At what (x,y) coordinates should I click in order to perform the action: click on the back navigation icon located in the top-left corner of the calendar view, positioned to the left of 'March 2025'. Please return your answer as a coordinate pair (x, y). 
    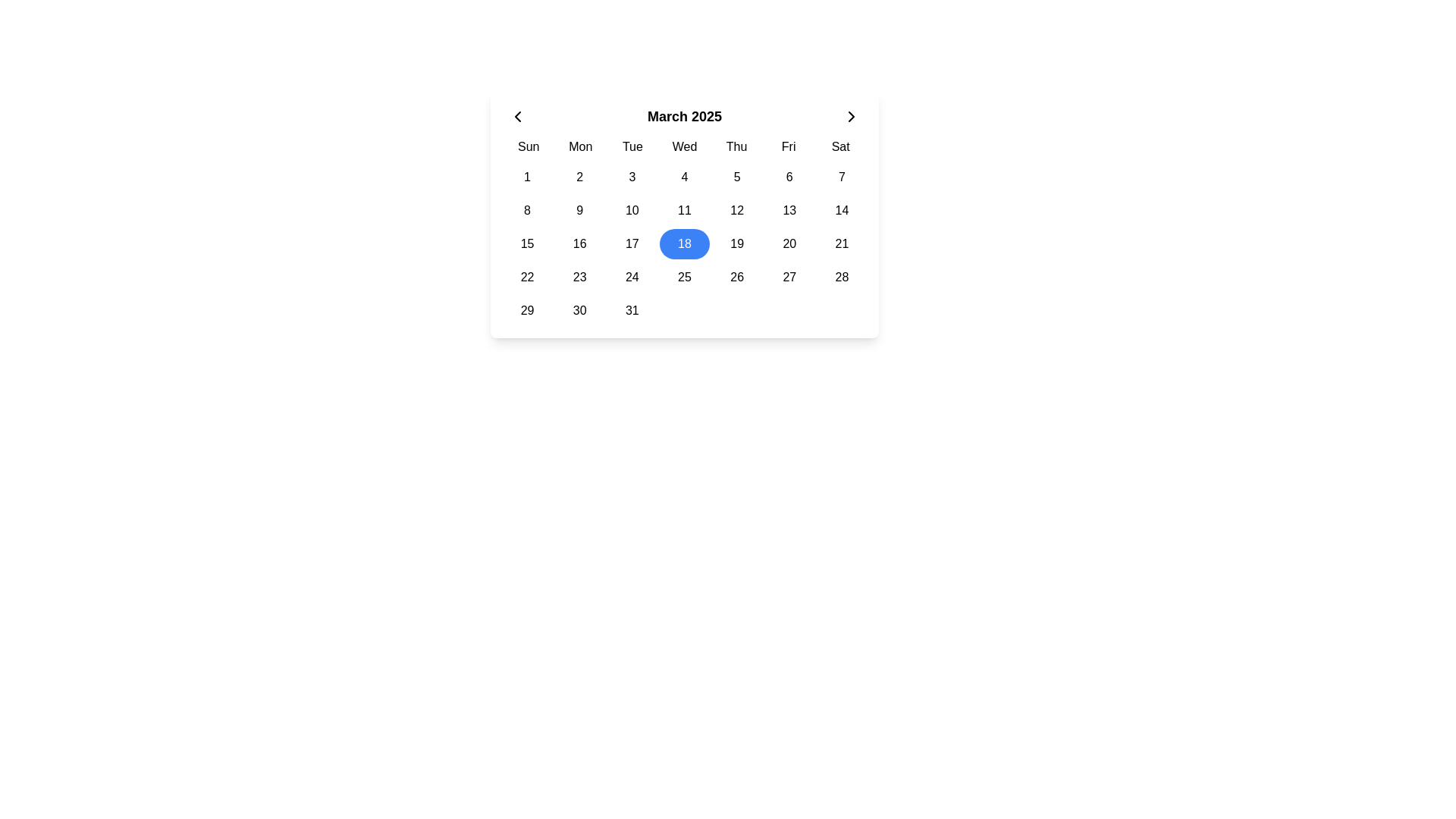
    Looking at the image, I should click on (517, 116).